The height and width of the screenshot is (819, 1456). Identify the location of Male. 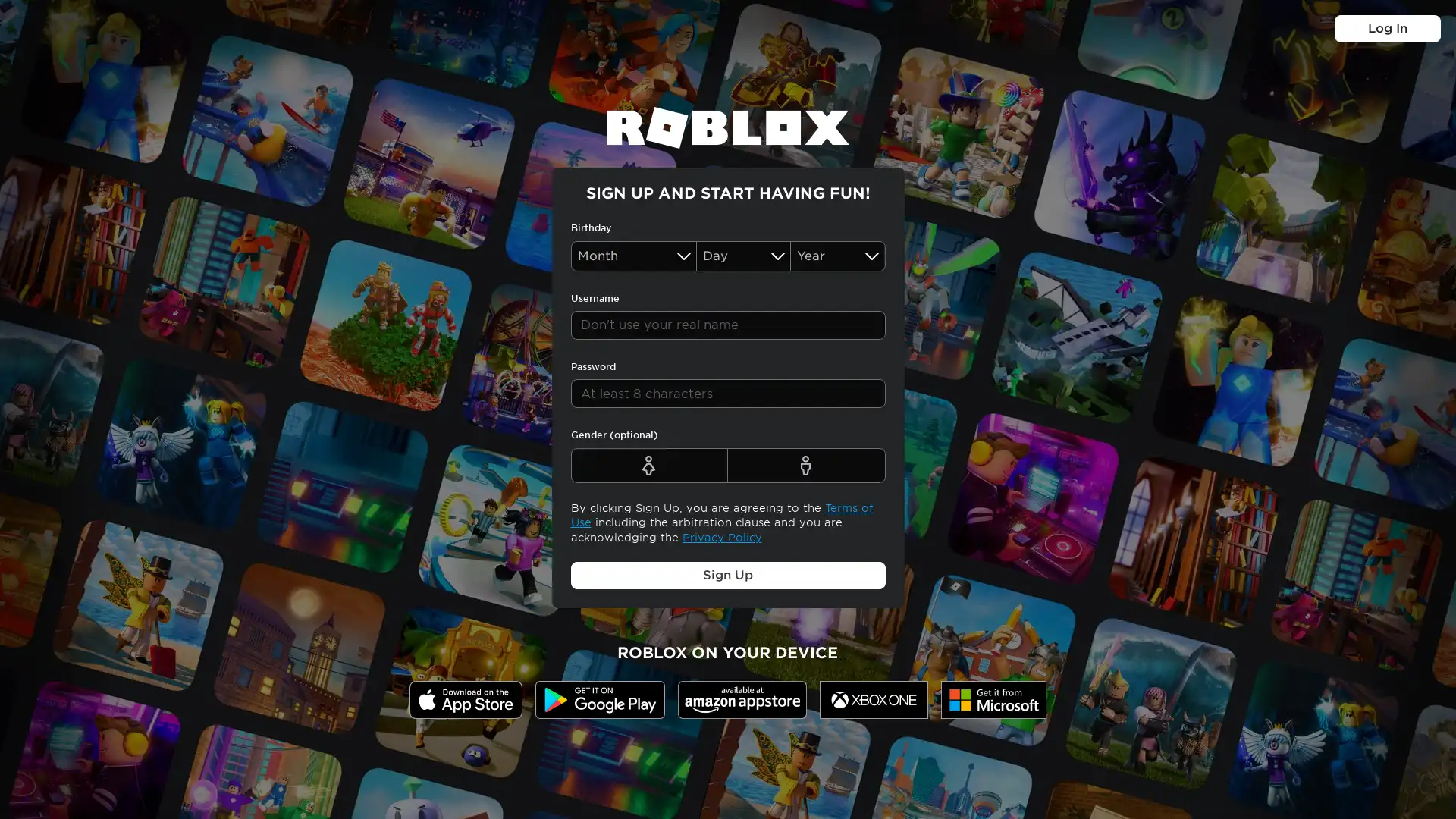
(805, 464).